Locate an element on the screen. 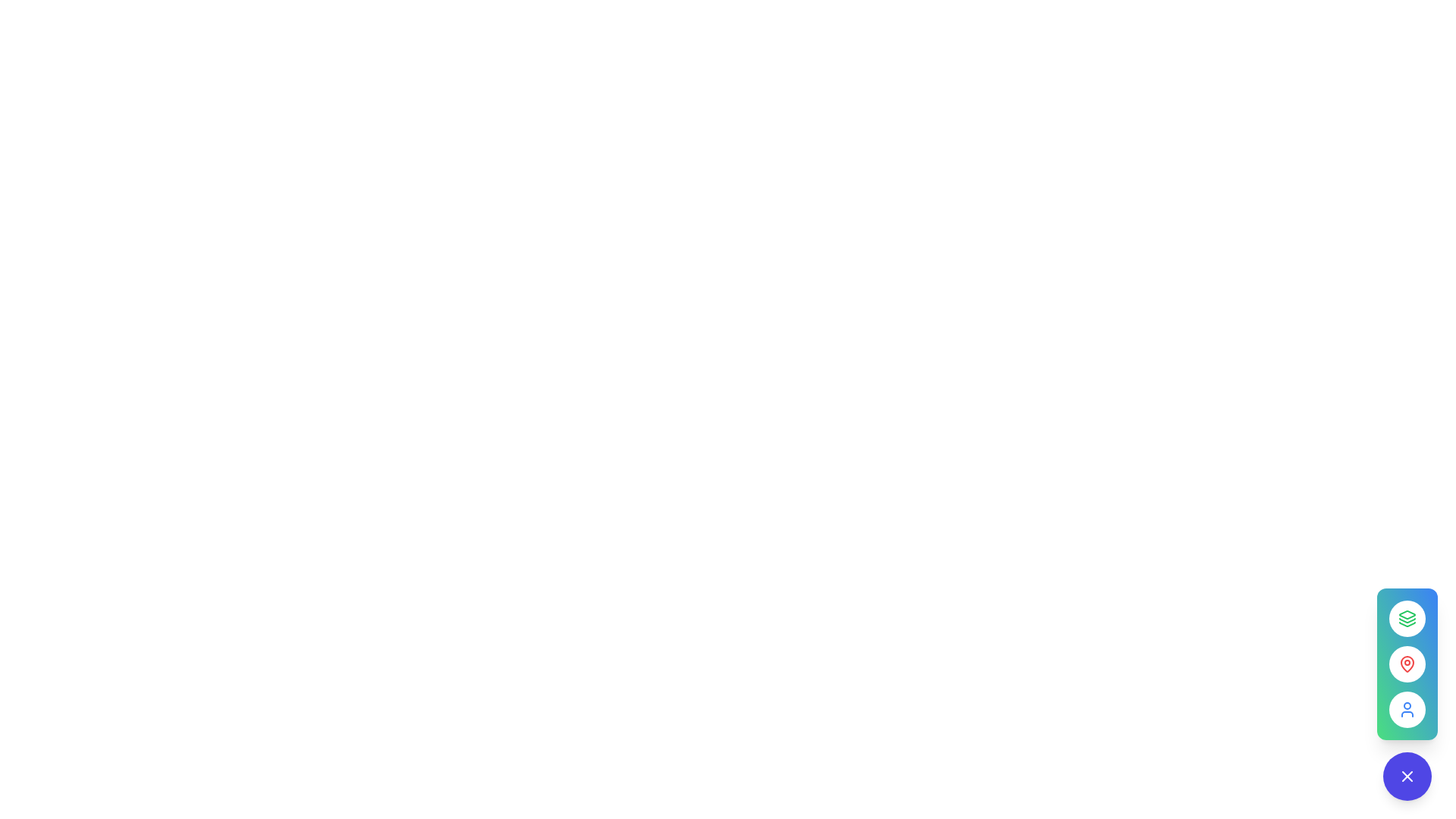 This screenshot has height=819, width=1456. the red map pin icon button, which is the second item in a vertical stack of three circular icons is located at coordinates (1407, 663).